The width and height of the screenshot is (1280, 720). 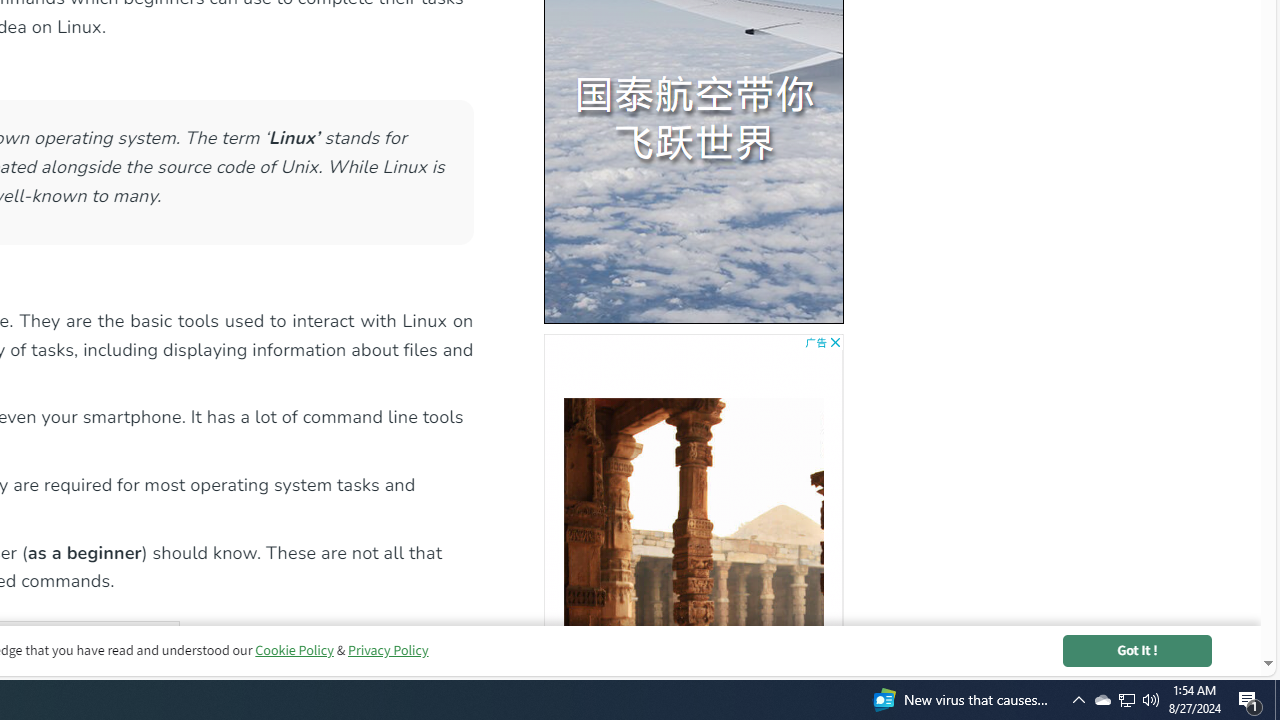 I want to click on 'Cookie Policy', so click(x=293, y=650).